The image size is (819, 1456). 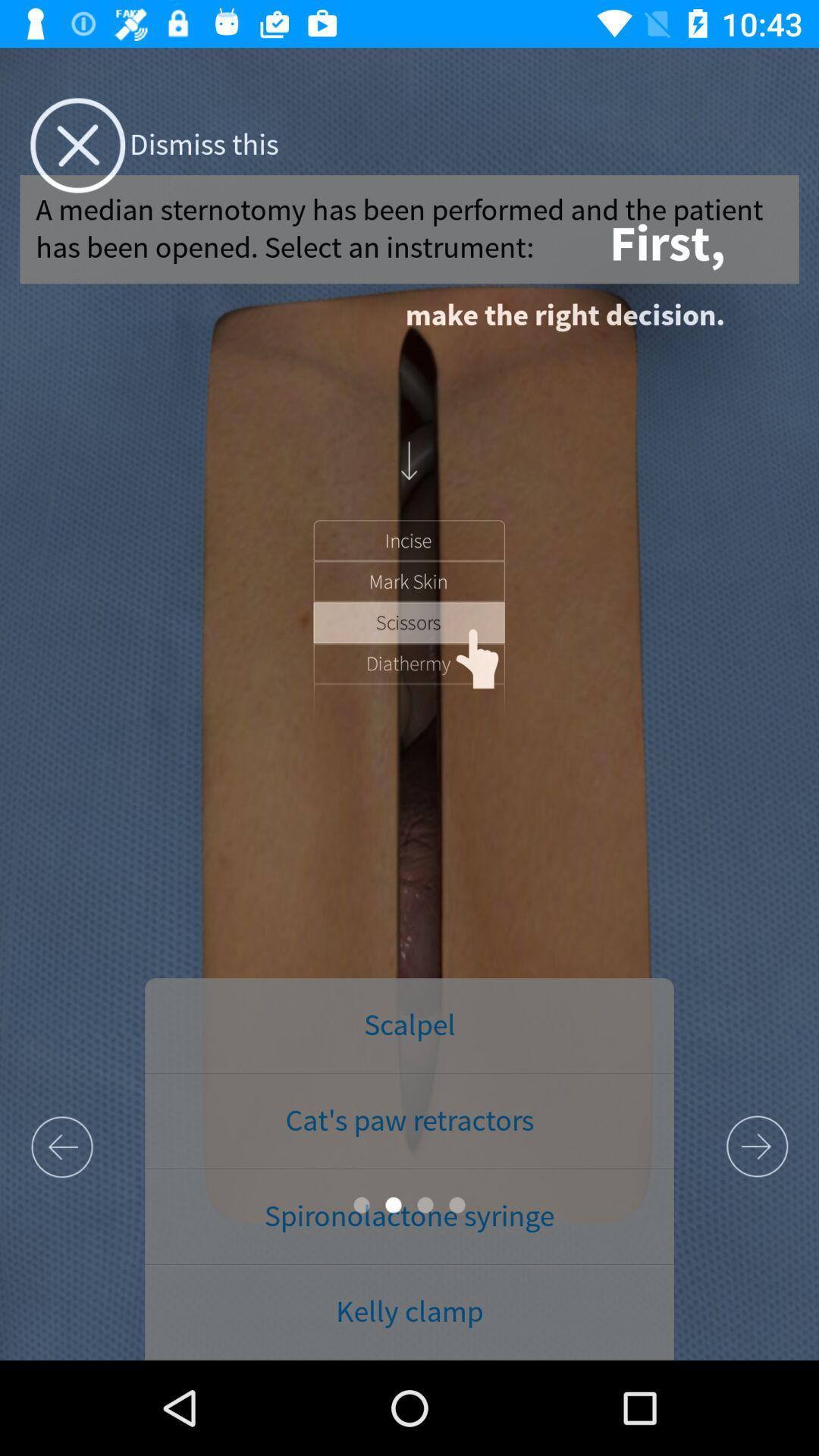 I want to click on the arrow_forward icon, so click(x=757, y=1147).